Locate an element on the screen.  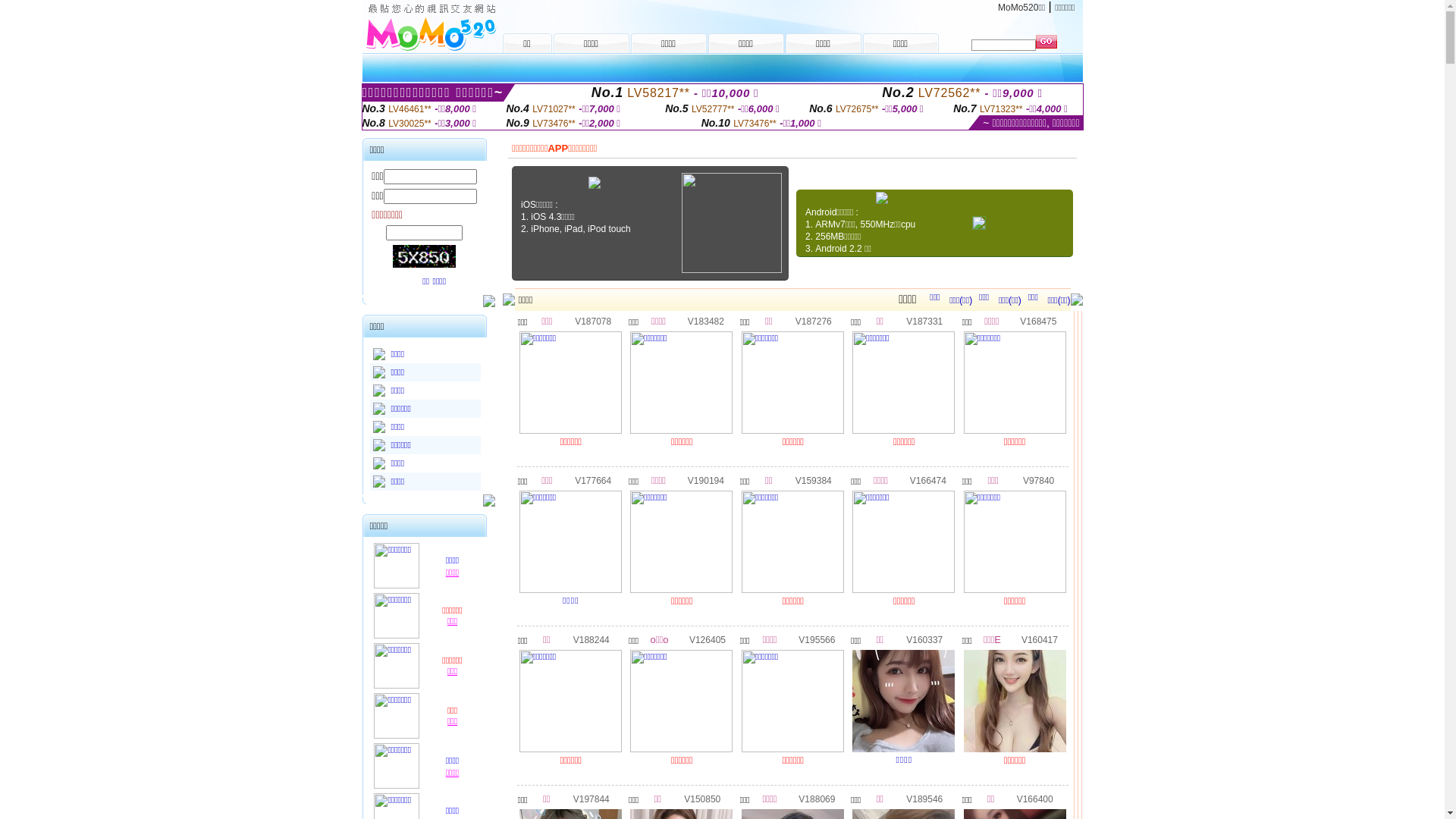
'V166474' is located at coordinates (927, 479).